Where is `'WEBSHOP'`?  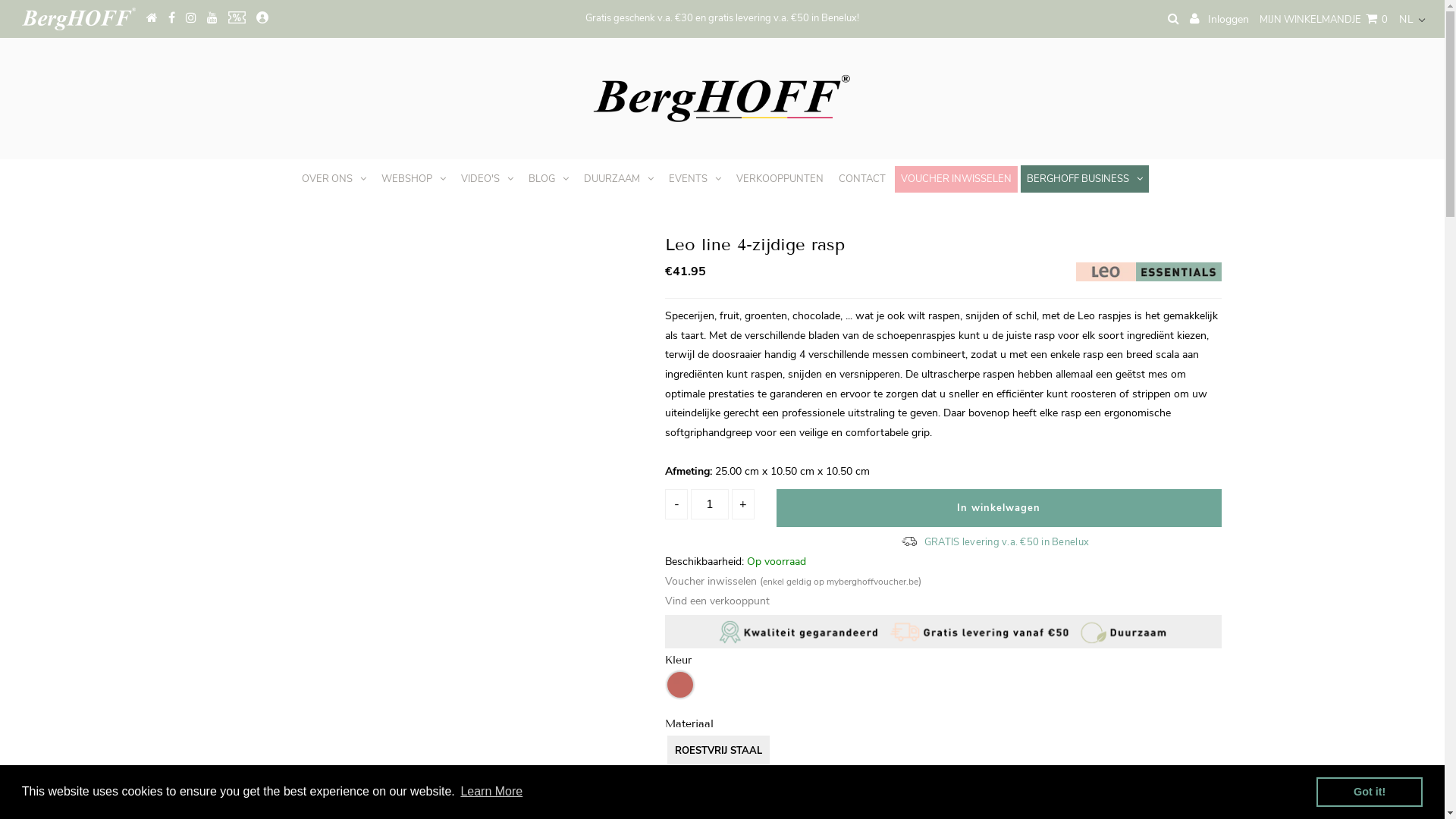
'WEBSHOP' is located at coordinates (413, 177).